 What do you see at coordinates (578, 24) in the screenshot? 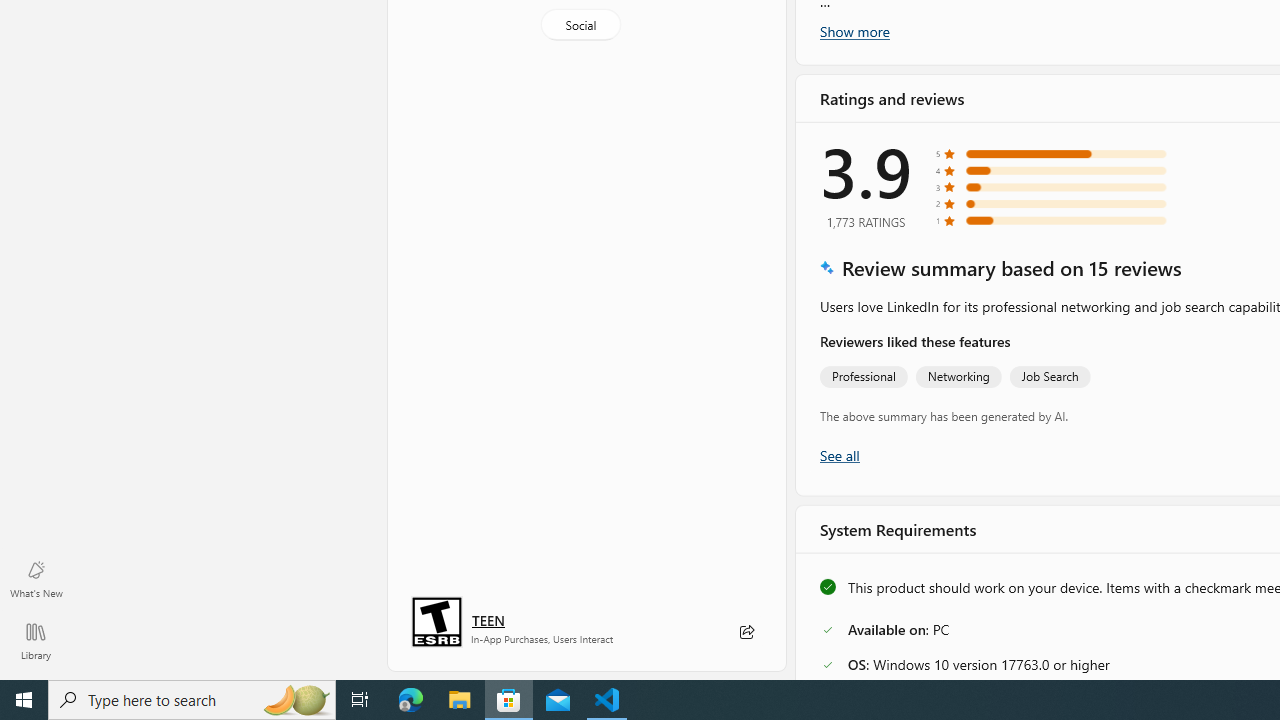
I see `'Social'` at bounding box center [578, 24].